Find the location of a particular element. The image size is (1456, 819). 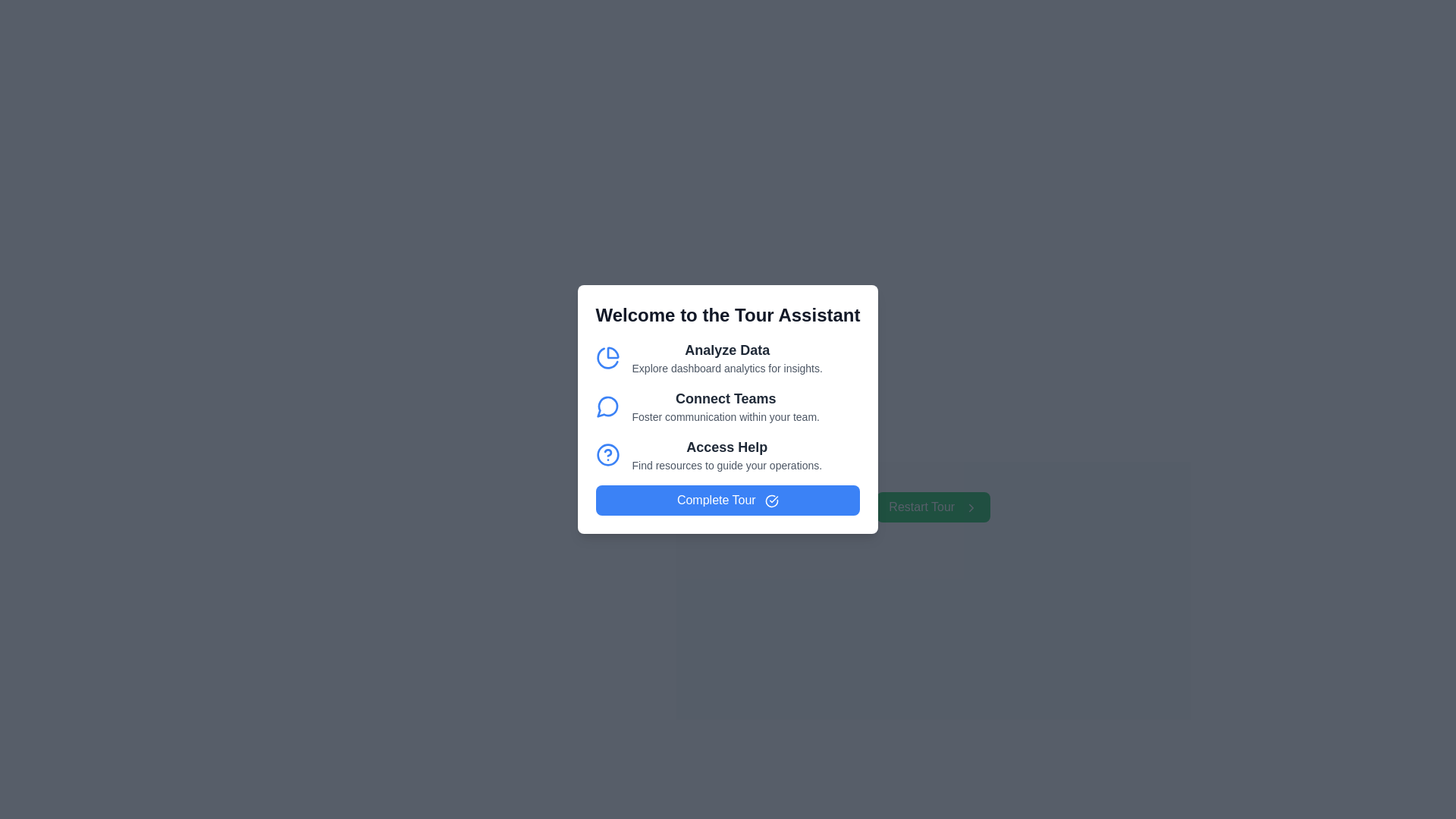

the text element displaying 'Explore dashboard analytics for insights.' which is styled in grey color and positioned below 'Analyze Data' within the modal titled 'Welcome to the Tour Assistant' is located at coordinates (726, 369).